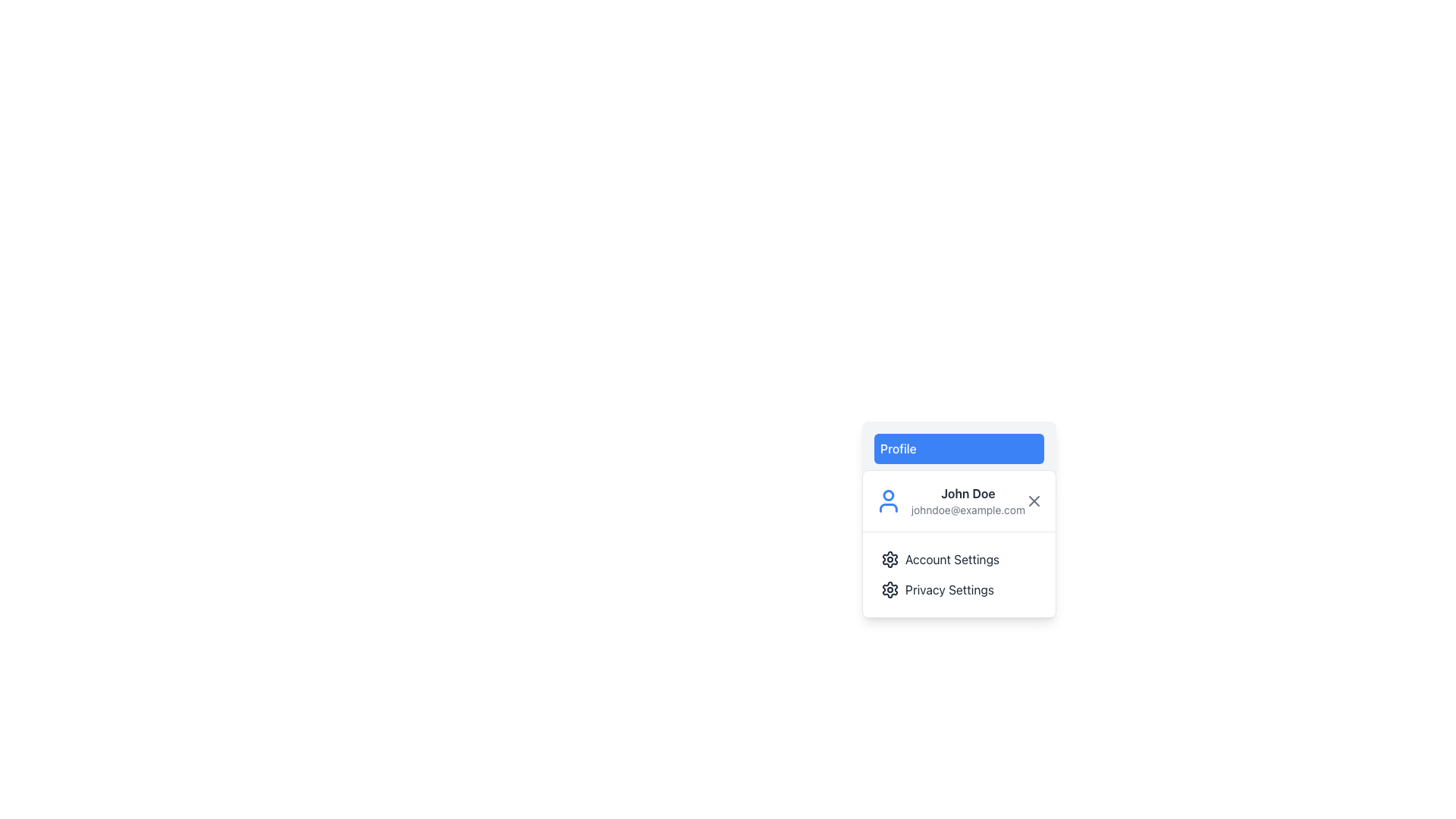 This screenshot has height=819, width=1456. What do you see at coordinates (959, 447) in the screenshot?
I see `the 'Profile' button, which is a rectangular button with rounded corners and a blue background located above the user details section` at bounding box center [959, 447].